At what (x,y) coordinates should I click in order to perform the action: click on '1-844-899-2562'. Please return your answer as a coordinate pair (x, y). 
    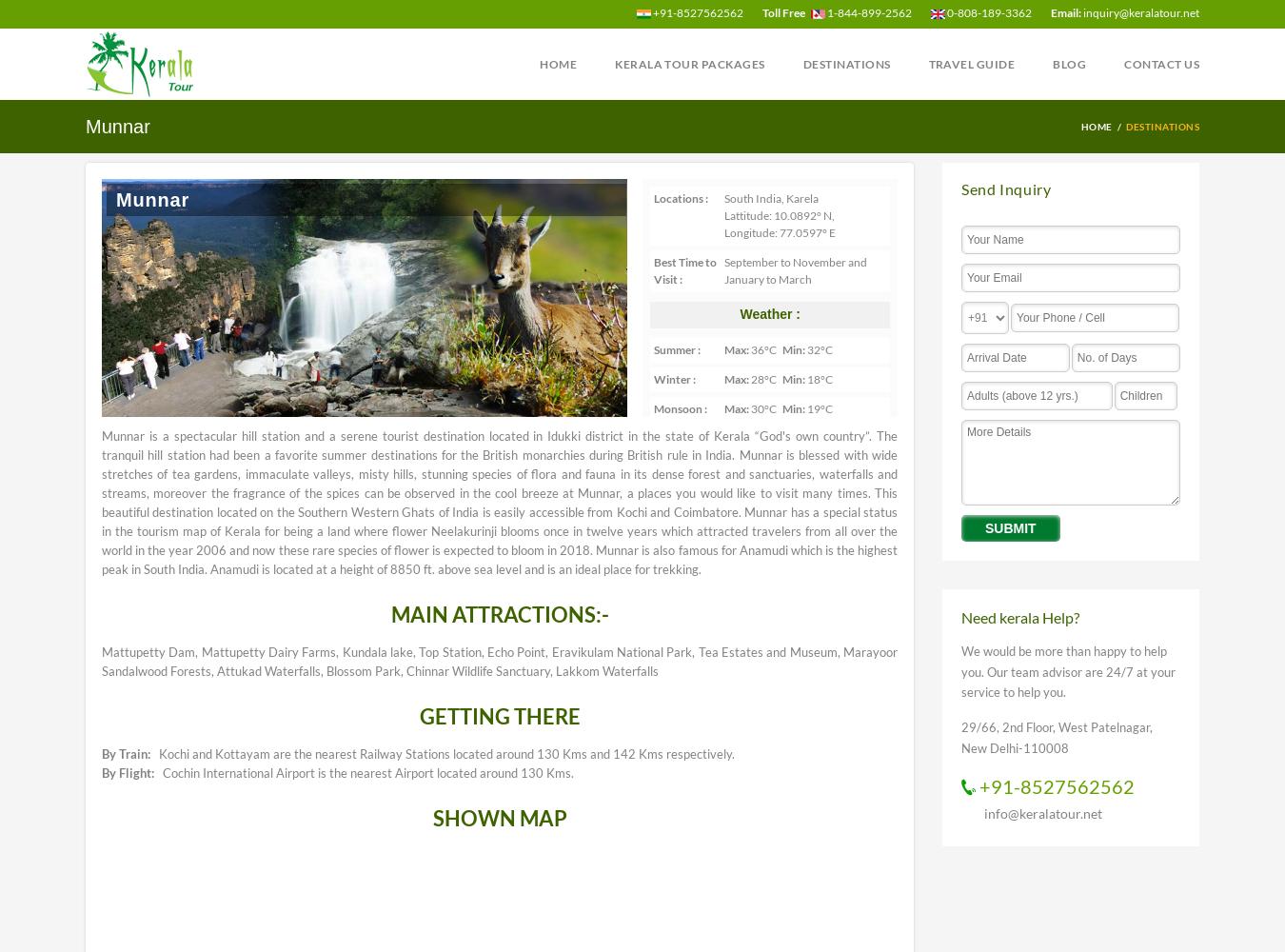
    Looking at the image, I should click on (867, 12).